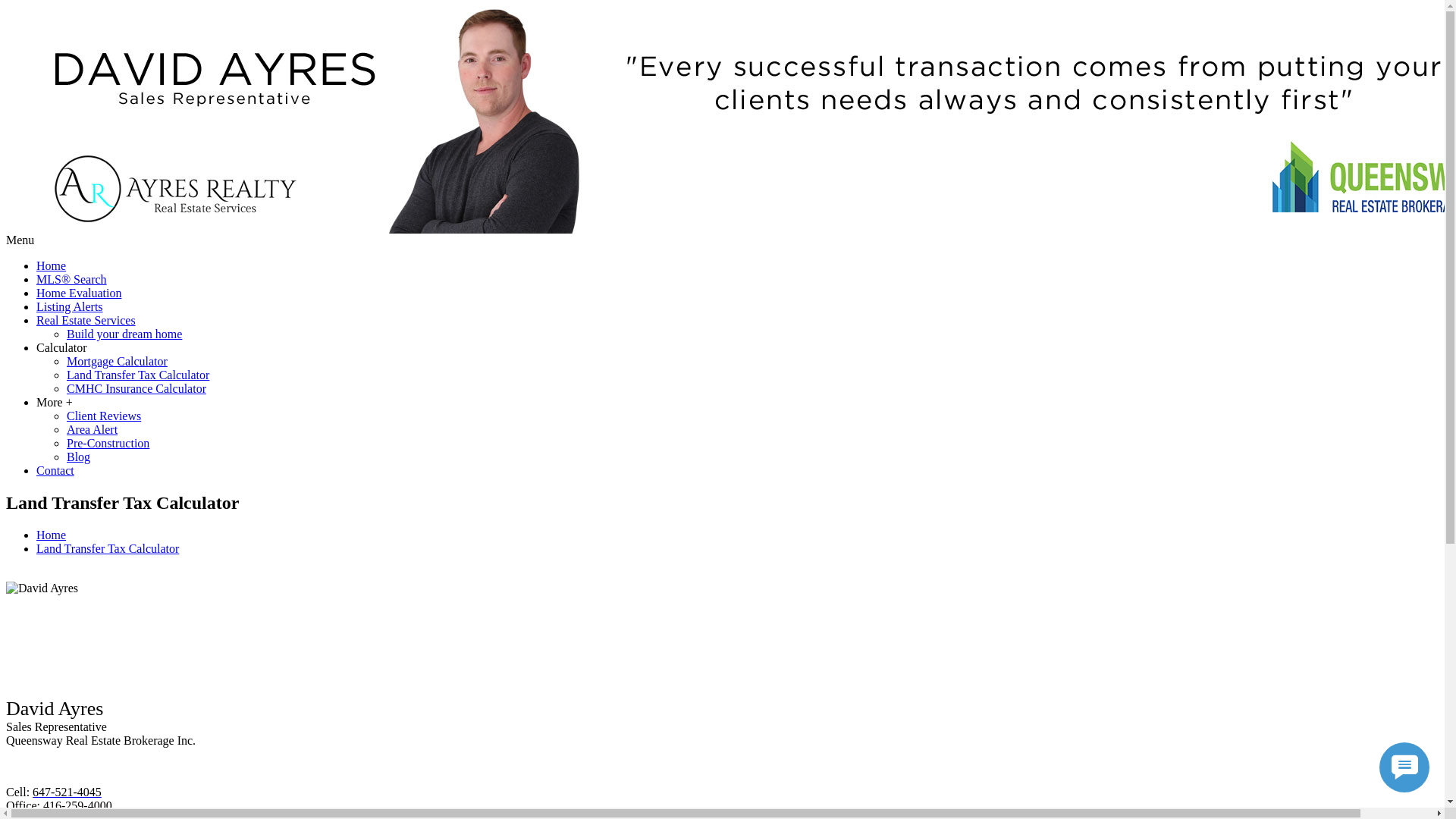  Describe the element at coordinates (43, 805) in the screenshot. I see `'416-259-4000'` at that location.